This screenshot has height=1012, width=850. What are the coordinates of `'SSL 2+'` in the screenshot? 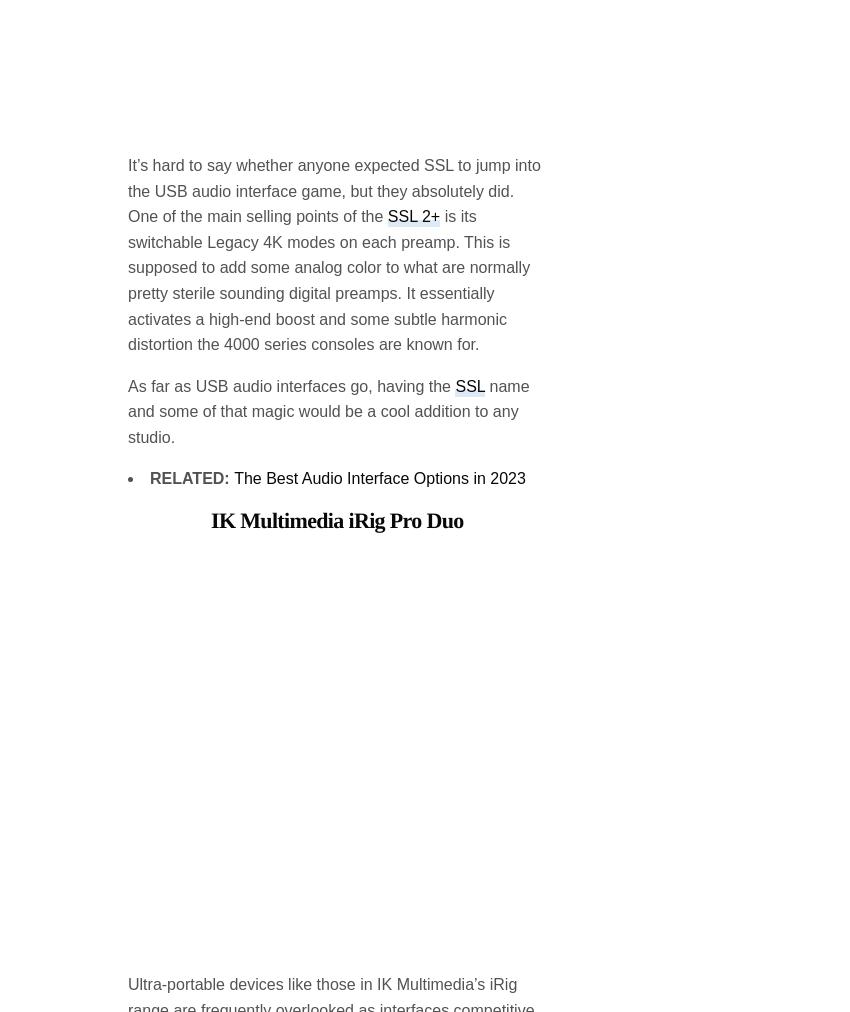 It's located at (413, 53).